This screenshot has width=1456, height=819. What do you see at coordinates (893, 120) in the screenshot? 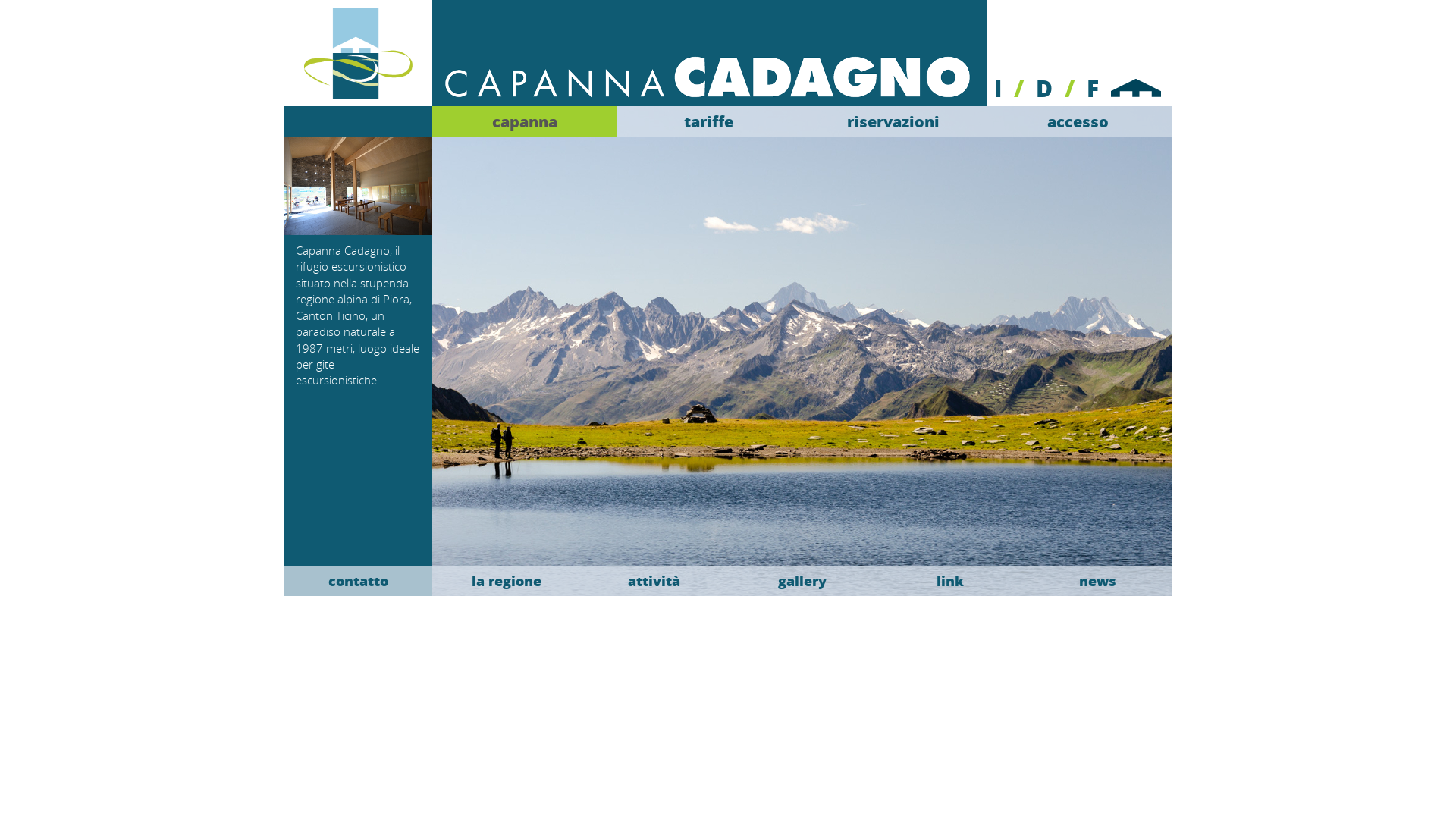
I see `'riservazioni'` at bounding box center [893, 120].